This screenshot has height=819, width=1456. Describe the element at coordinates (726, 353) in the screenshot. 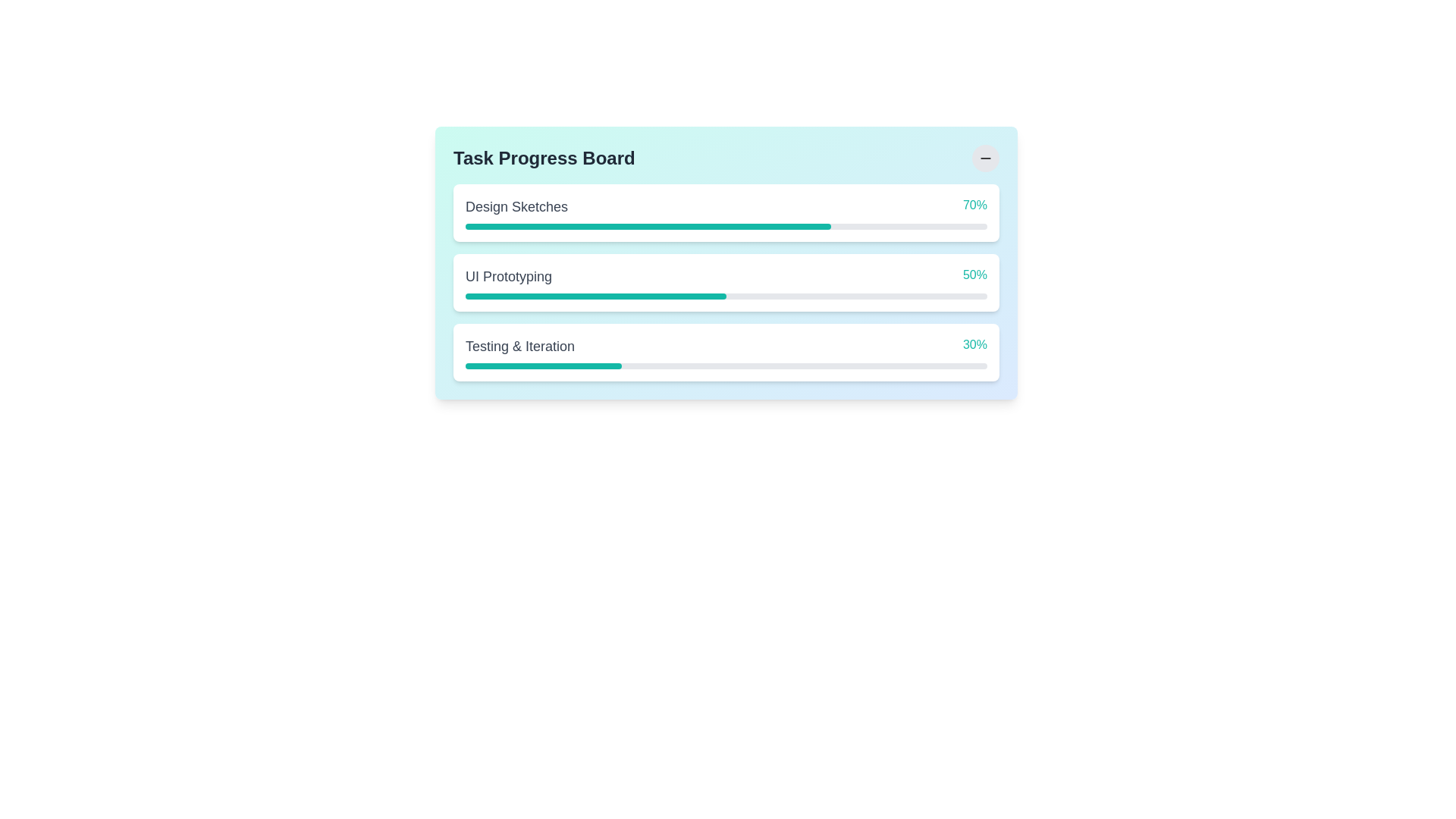

I see `the progress indicator with the title 'Testing & Iteration' and the progress percentage '30%' for navigation` at that location.